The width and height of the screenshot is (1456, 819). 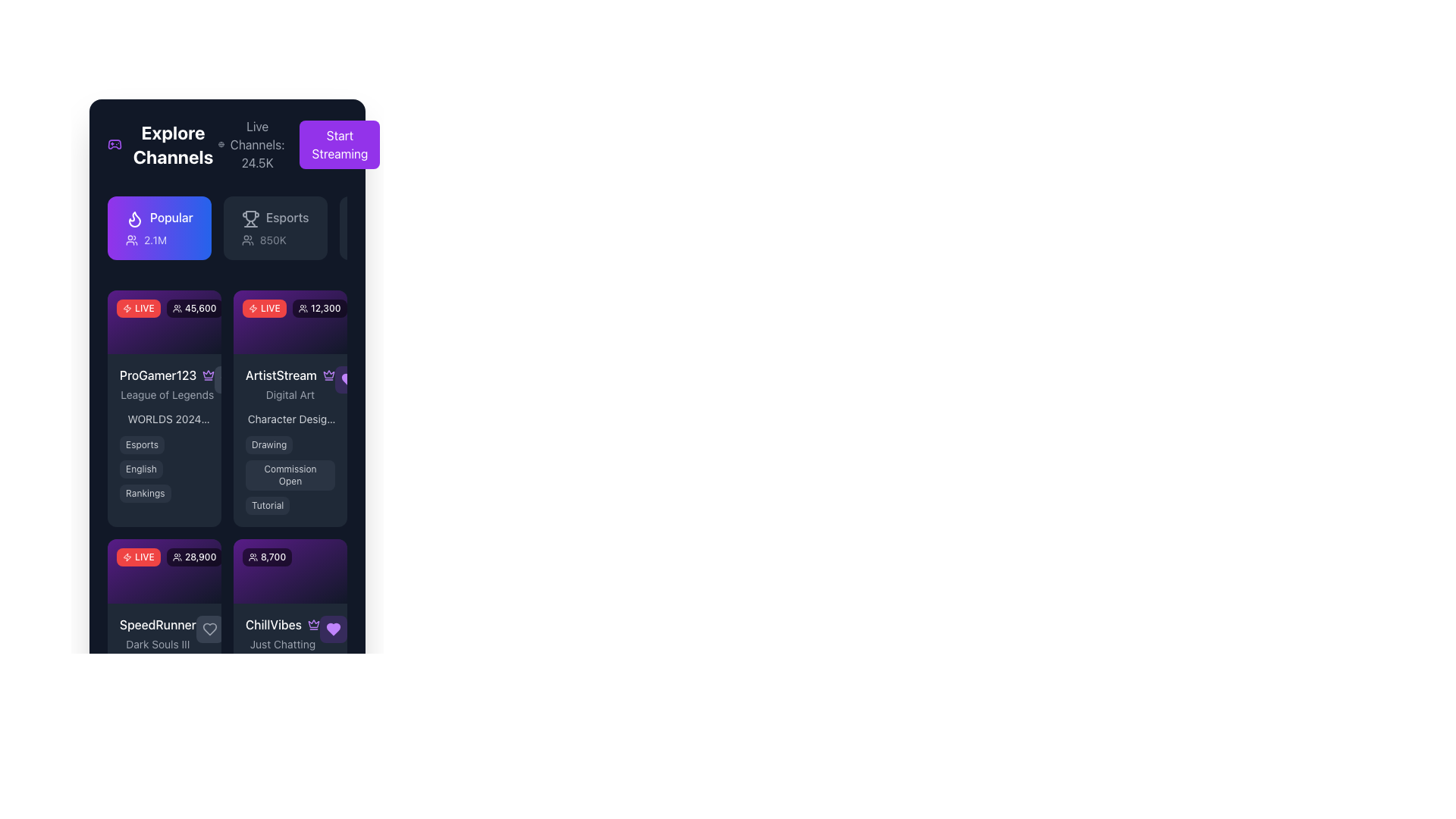 What do you see at coordinates (171, 217) in the screenshot?
I see `the text label indicating the category or section labeled 'Popular', which is located to the right of a flame icon and above the numerical value (2.1M) in the first section of options under 'Explore Channels'` at bounding box center [171, 217].